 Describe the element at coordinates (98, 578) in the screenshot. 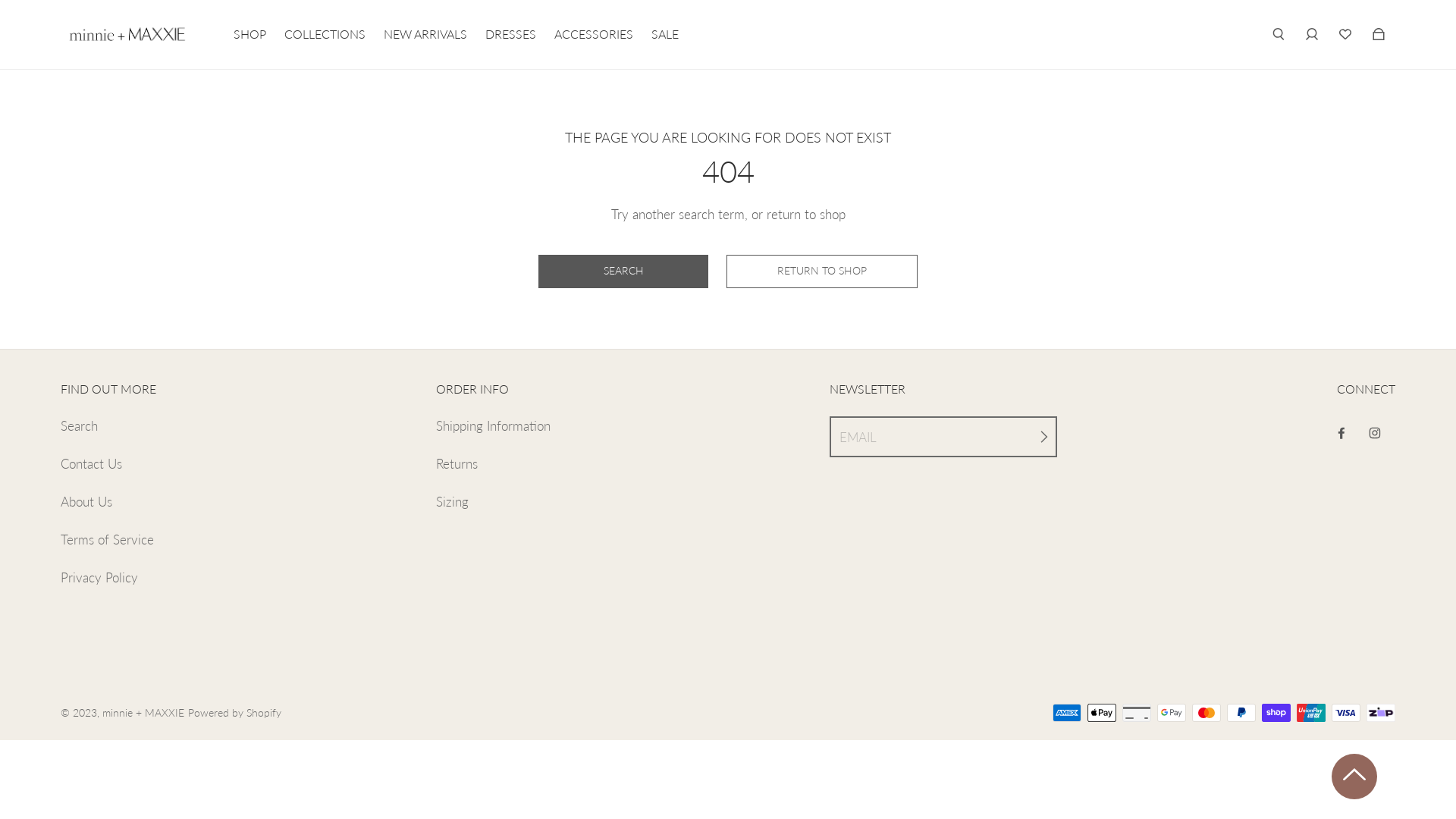

I see `'Privacy Policy'` at that location.